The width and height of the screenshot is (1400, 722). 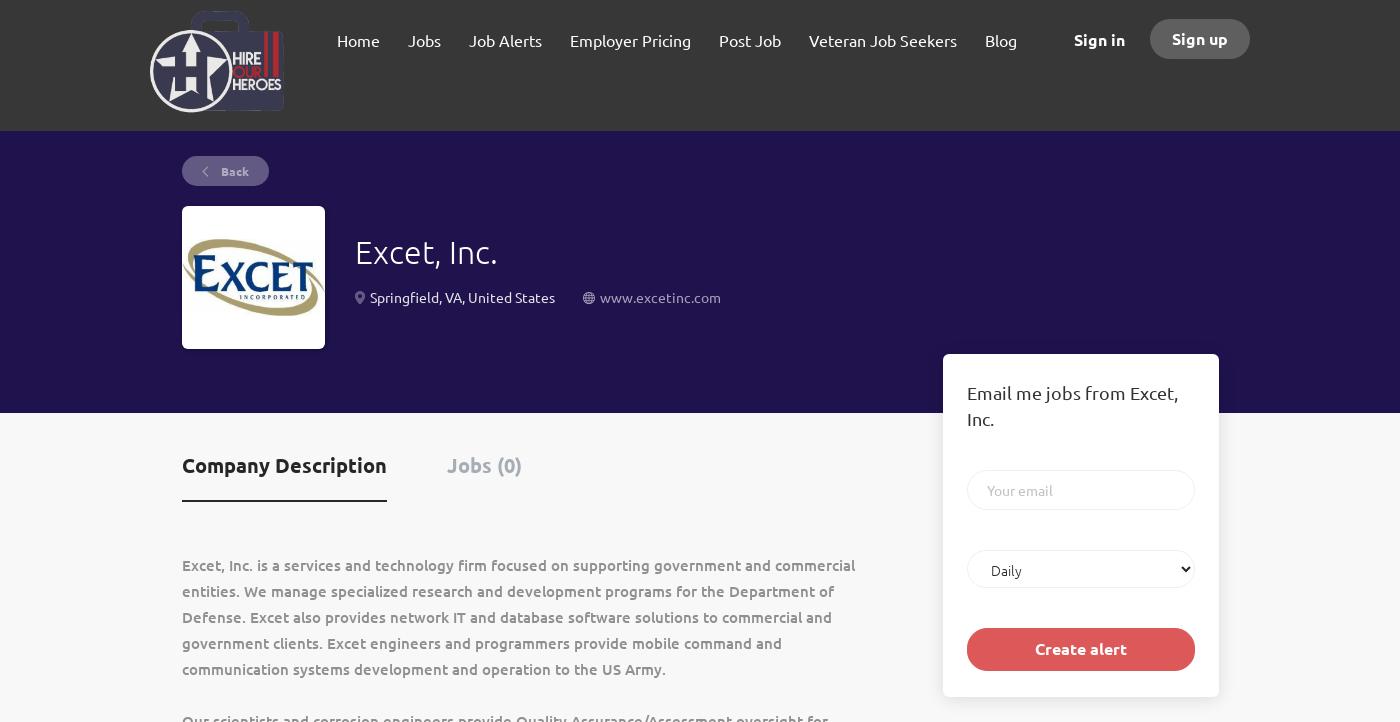 What do you see at coordinates (482, 463) in the screenshot?
I see `'Jobs (0)'` at bounding box center [482, 463].